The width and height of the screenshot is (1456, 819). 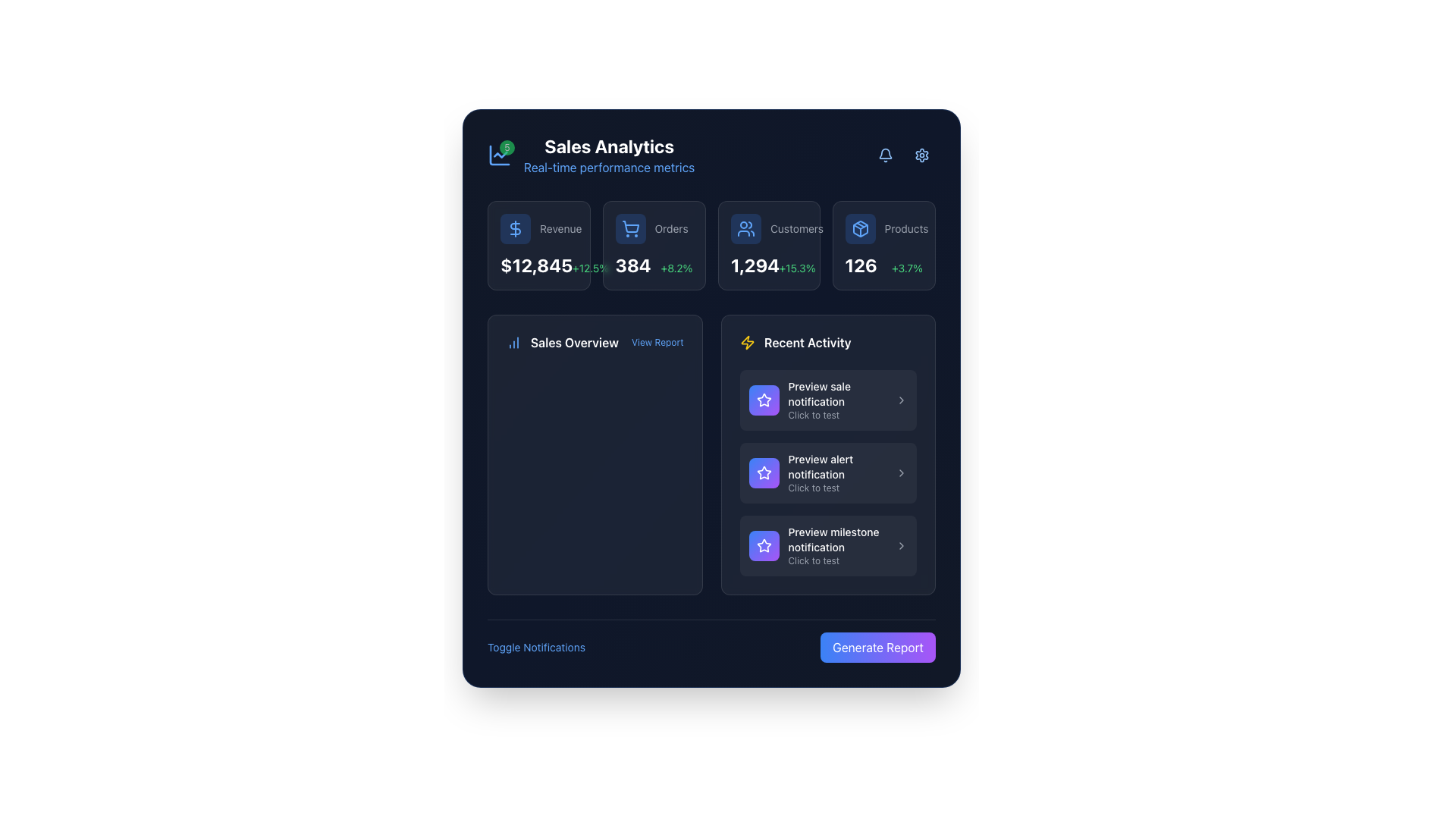 I want to click on text content of the 'Sales Overview' label which is styled in bold white font and prominently displayed in a dark-themed interface, so click(x=574, y=342).